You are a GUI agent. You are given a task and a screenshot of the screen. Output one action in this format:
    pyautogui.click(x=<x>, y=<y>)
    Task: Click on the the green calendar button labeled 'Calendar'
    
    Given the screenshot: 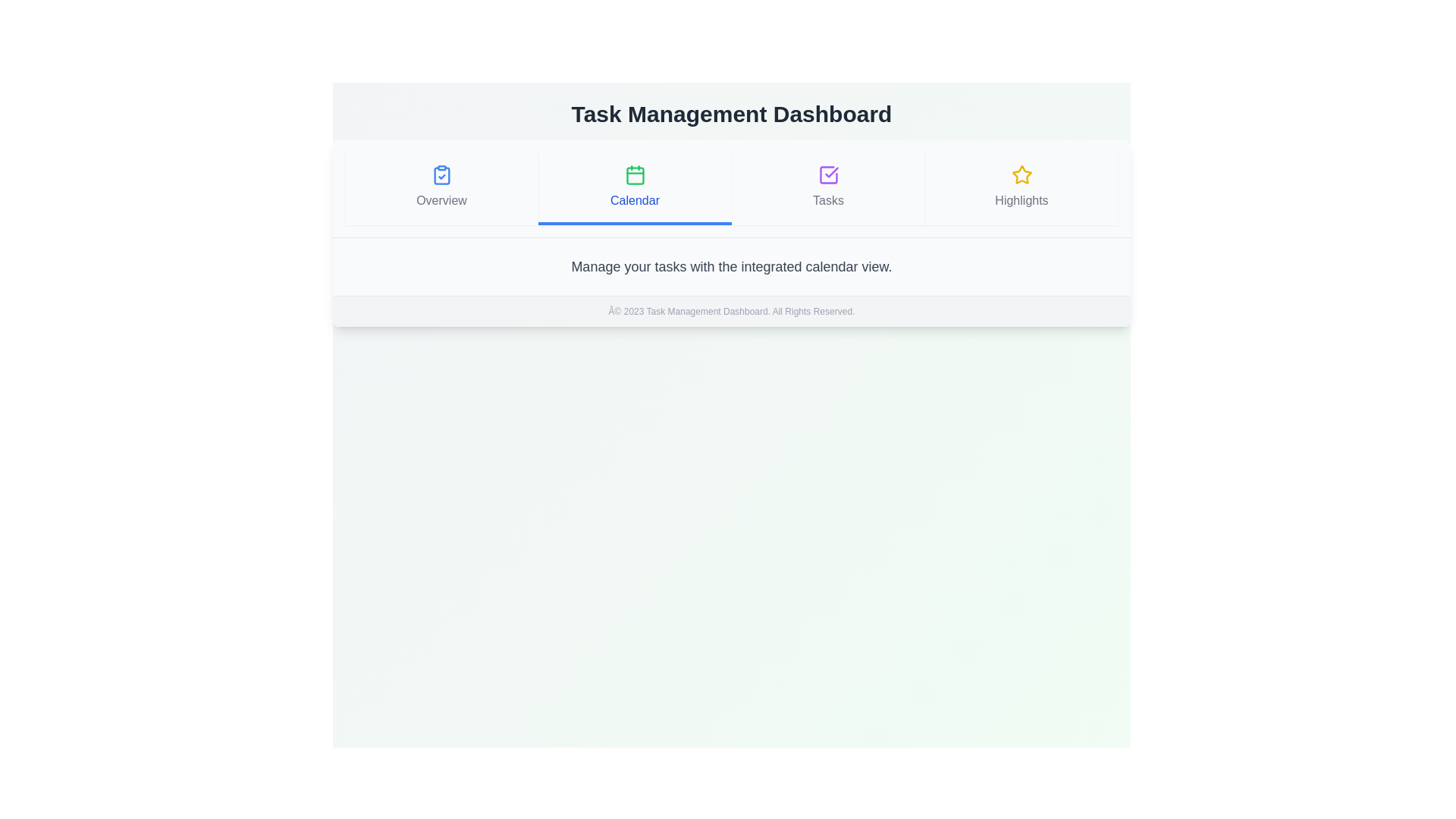 What is the action you would take?
    pyautogui.click(x=635, y=186)
    